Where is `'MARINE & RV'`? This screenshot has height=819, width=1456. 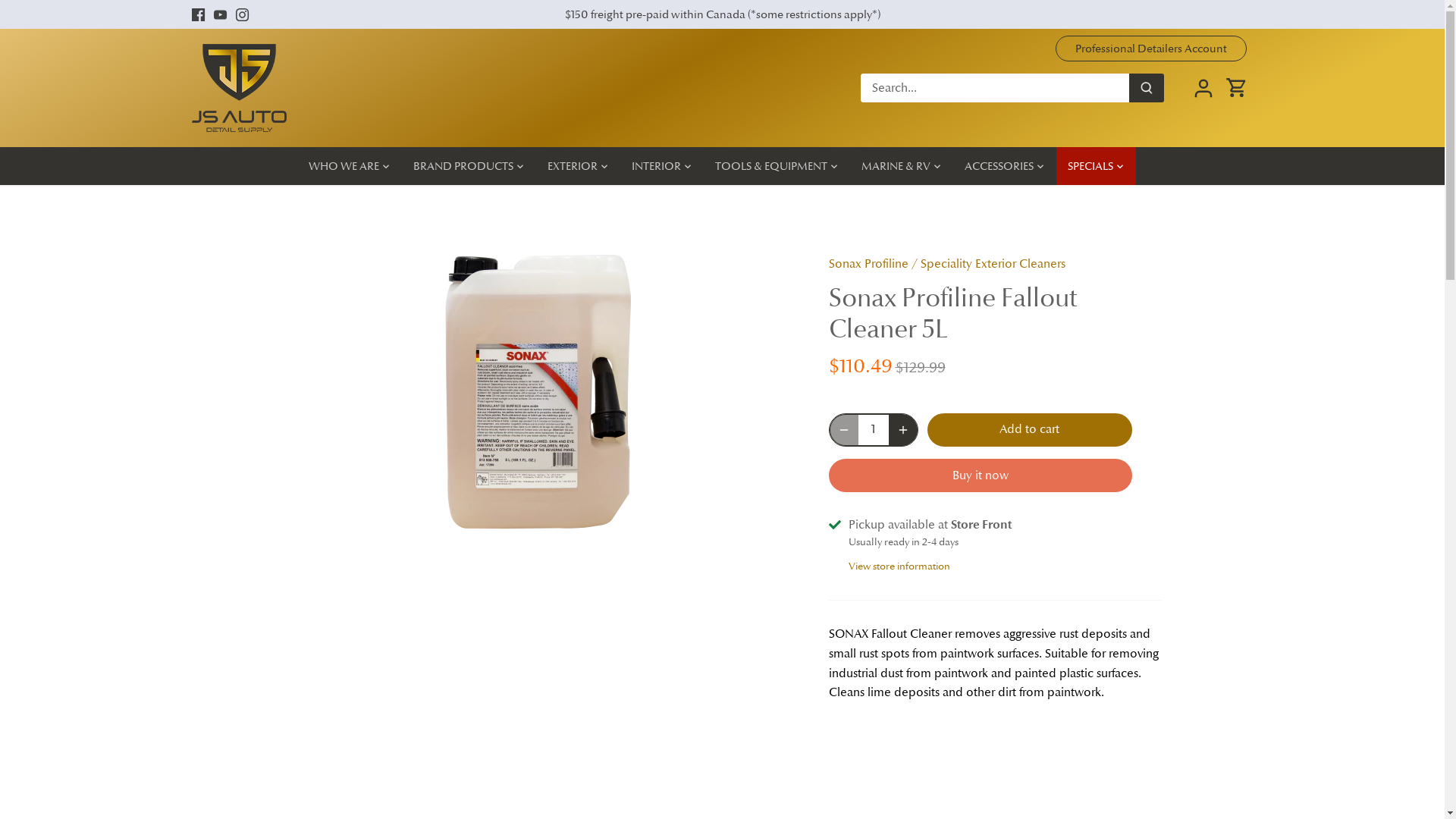
'MARINE & RV' is located at coordinates (850, 166).